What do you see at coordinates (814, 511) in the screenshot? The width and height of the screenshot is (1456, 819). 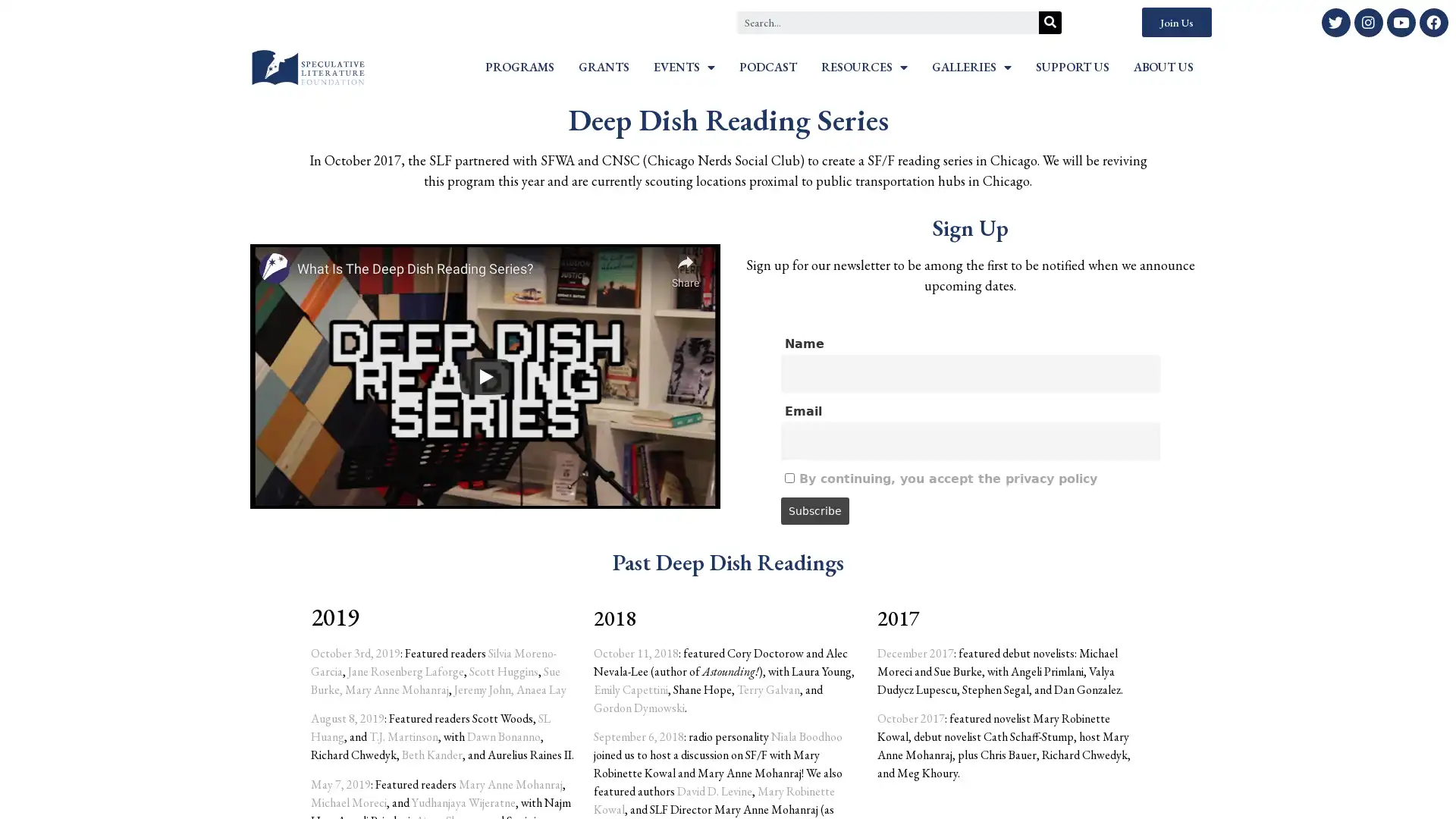 I see `Subscribe` at bounding box center [814, 511].